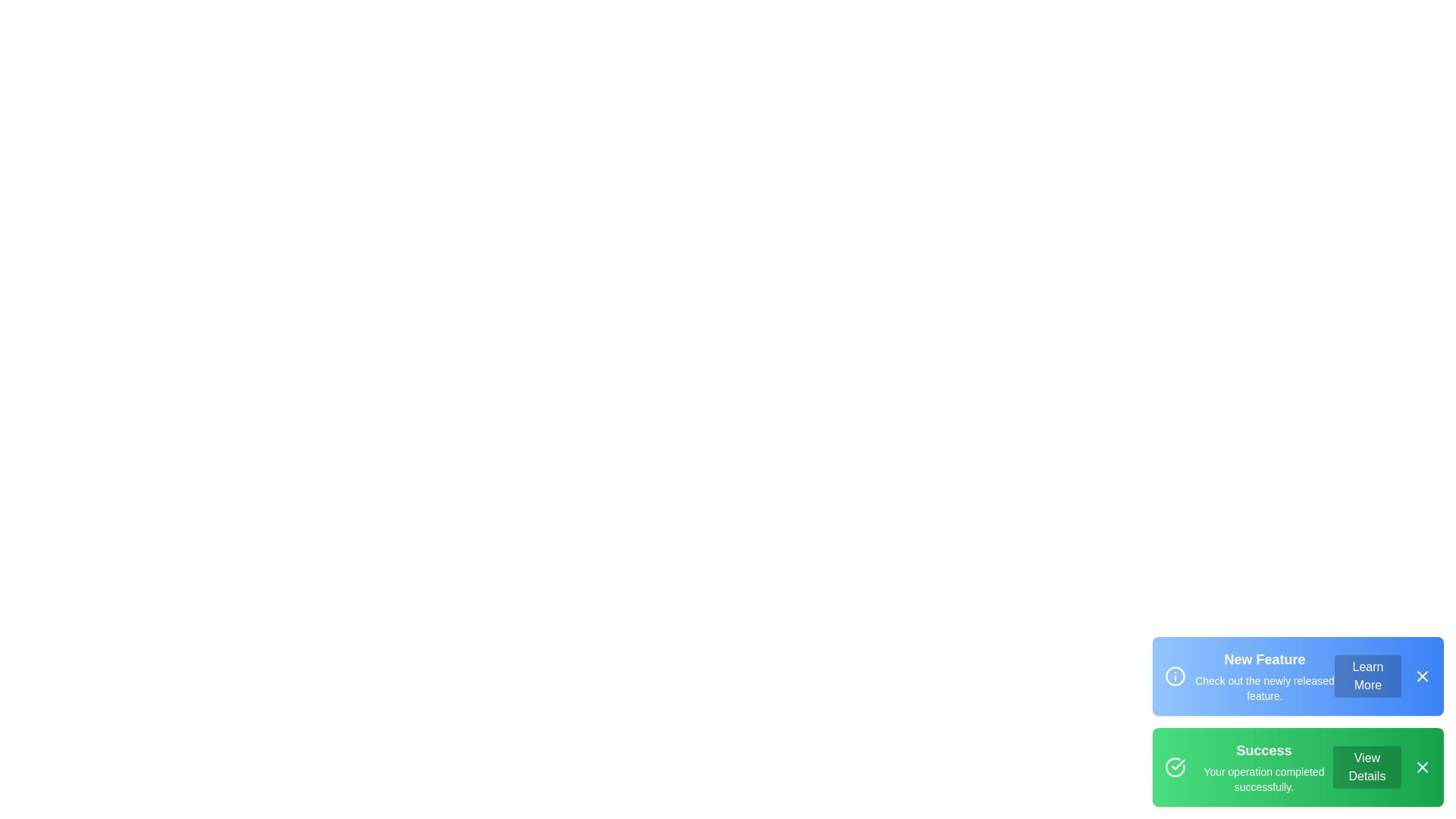  Describe the element at coordinates (1368, 675) in the screenshot. I see `the action button for the notification with title 'New Feature'` at that location.